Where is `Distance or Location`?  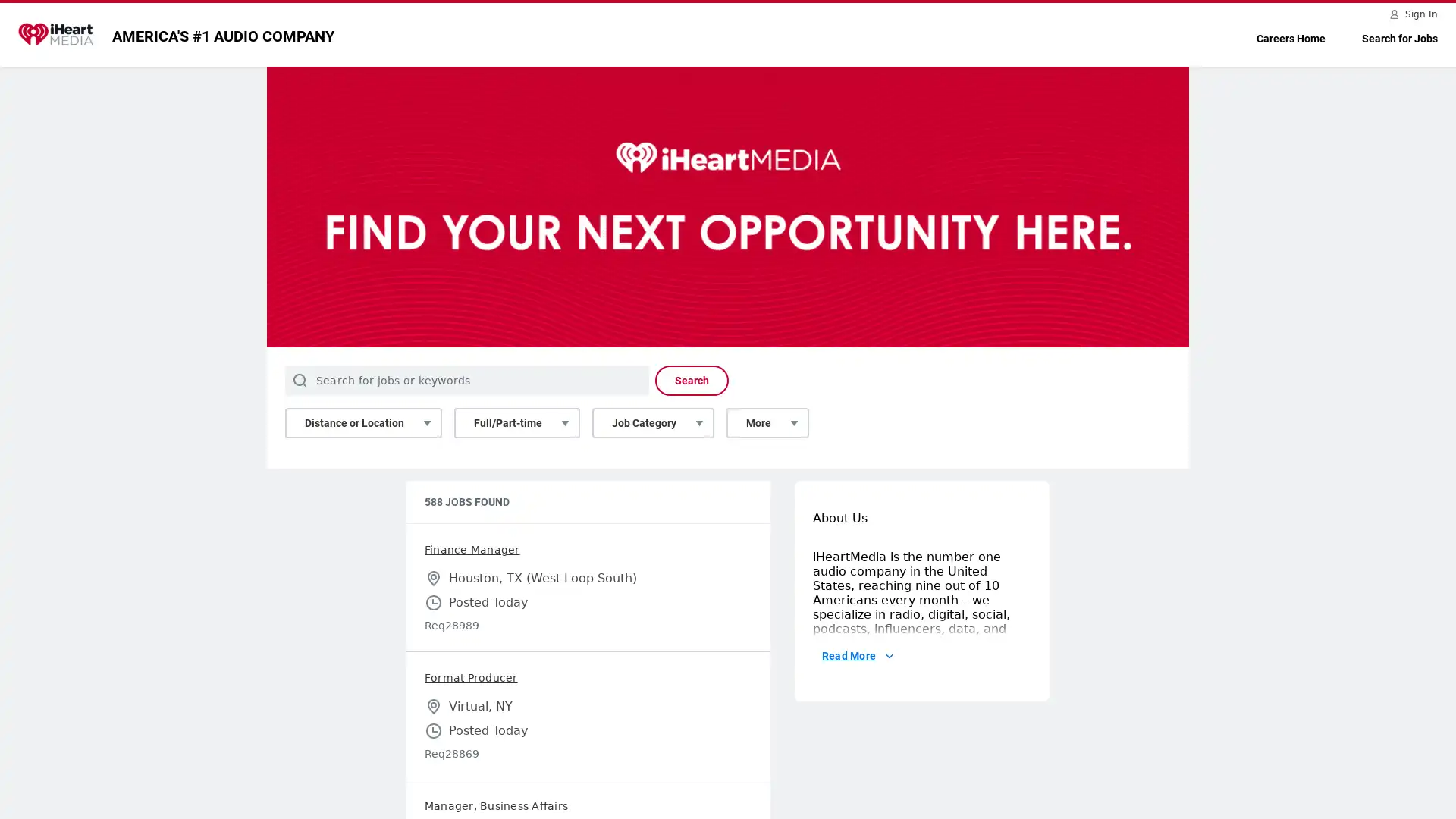 Distance or Location is located at coordinates (362, 423).